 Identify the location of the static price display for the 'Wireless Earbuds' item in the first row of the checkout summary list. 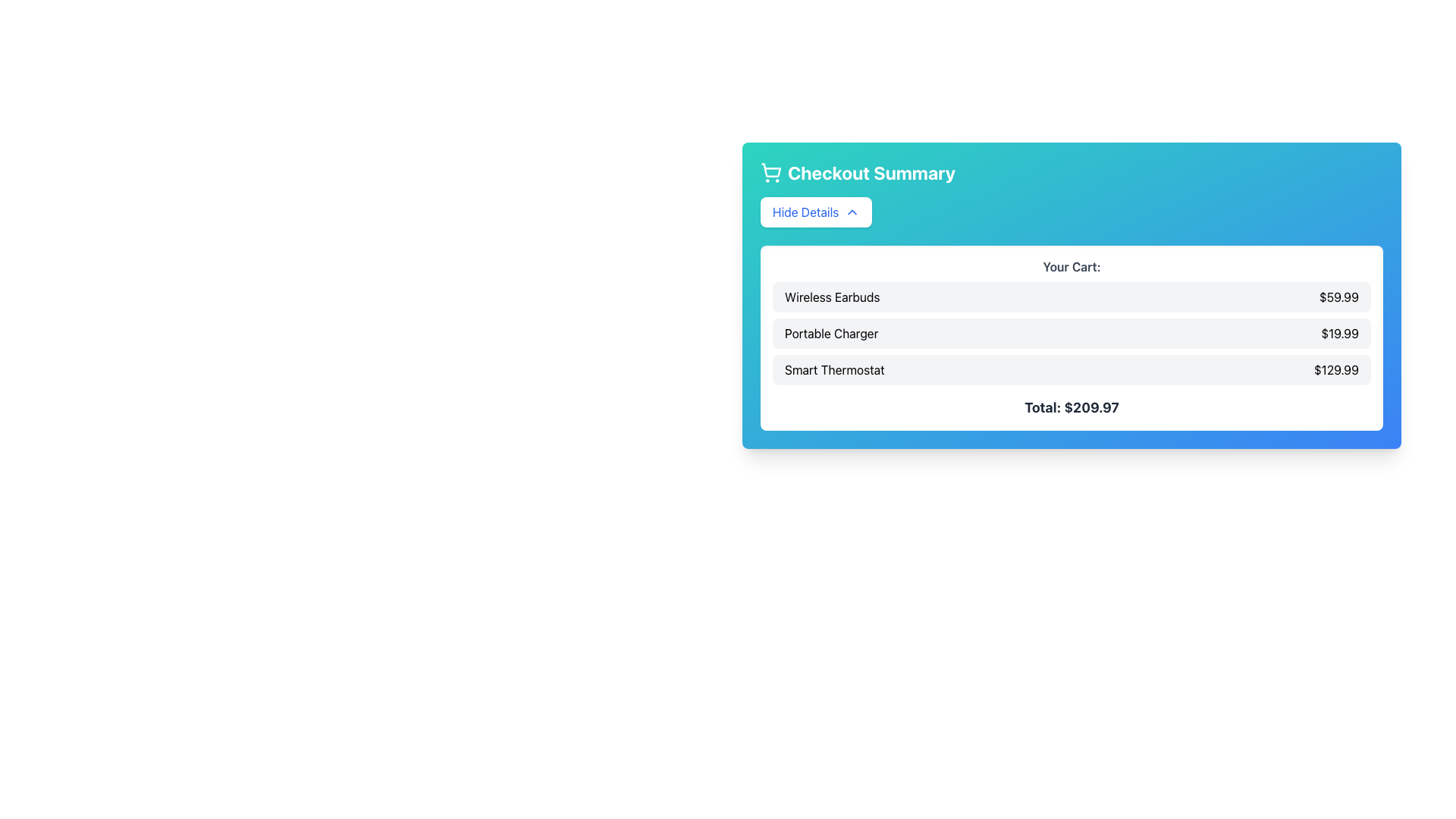
(1339, 297).